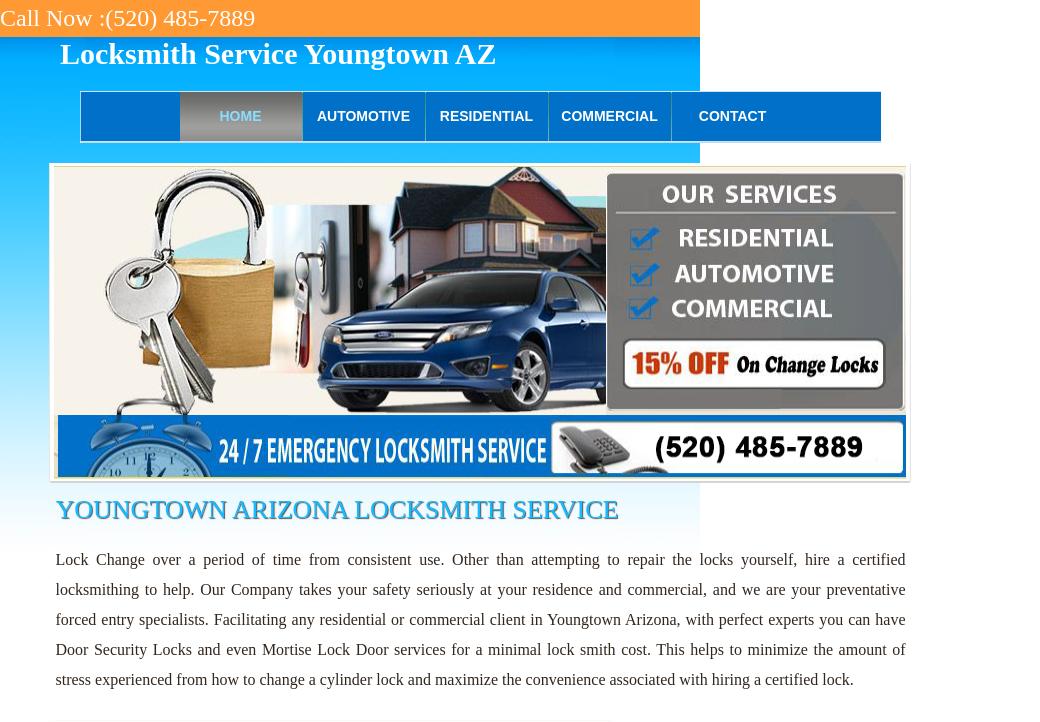  Describe the element at coordinates (54, 619) in the screenshot. I see `'Lock Change over a period of time from consistent use.  Other than attempting to repair the locks yourself, hire a certified locksmithing to help. Our Company takes your safety seriously at your residence and commercial, and we are your preventative forced entry specialists. Facilitating any residential or commercial client in Youngtown Arizona, with perfect experts you can have Door Security Locks and even Mortise Lock Door services for a minimal lock smith cost. This helps to minimize the amount of stress experienced from how to change a cylinder lock and maximize the convenience associated with hiring a certified lock.'` at that location.